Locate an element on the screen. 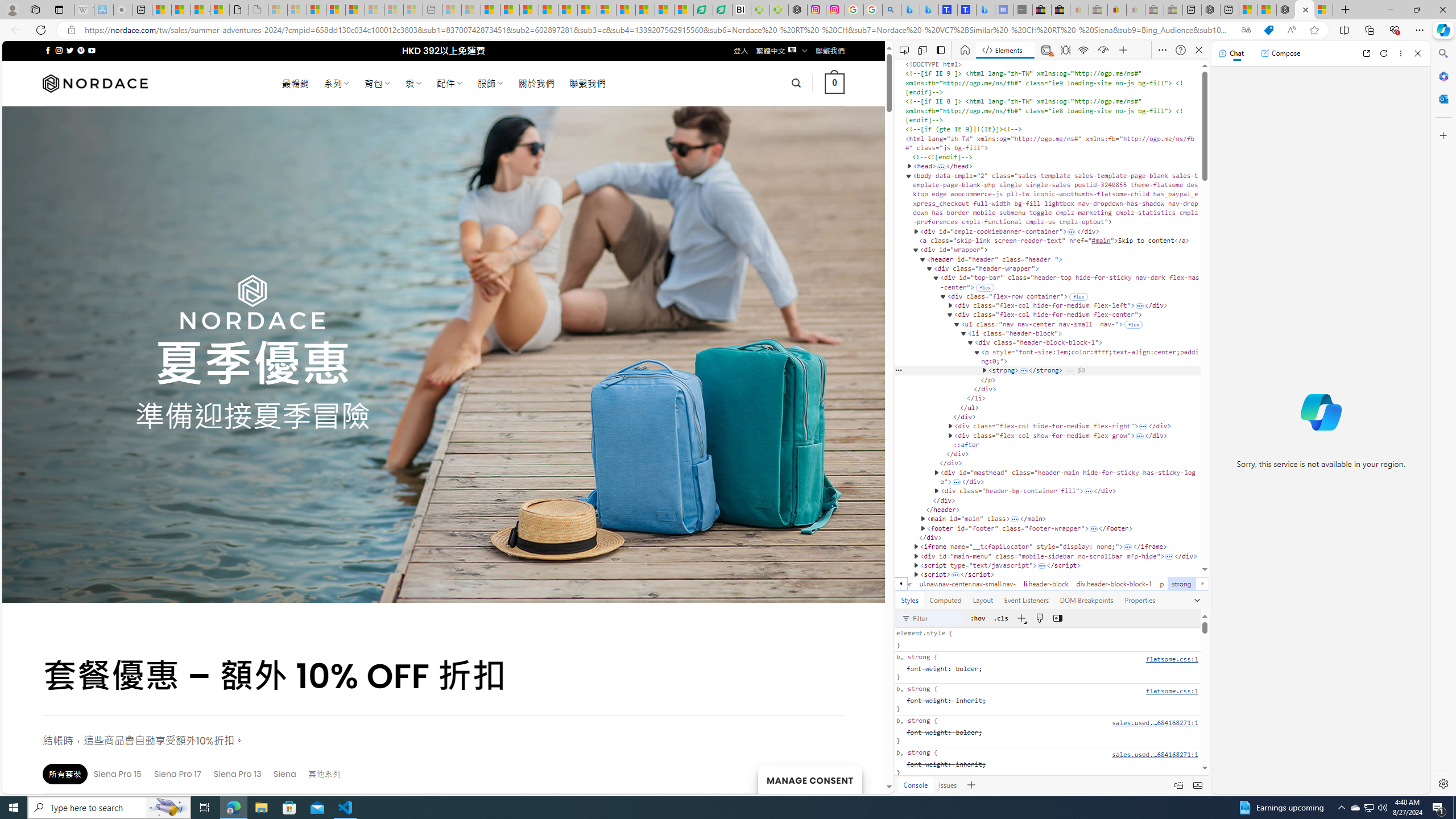  'Side bar' is located at coordinates (1443, 418).